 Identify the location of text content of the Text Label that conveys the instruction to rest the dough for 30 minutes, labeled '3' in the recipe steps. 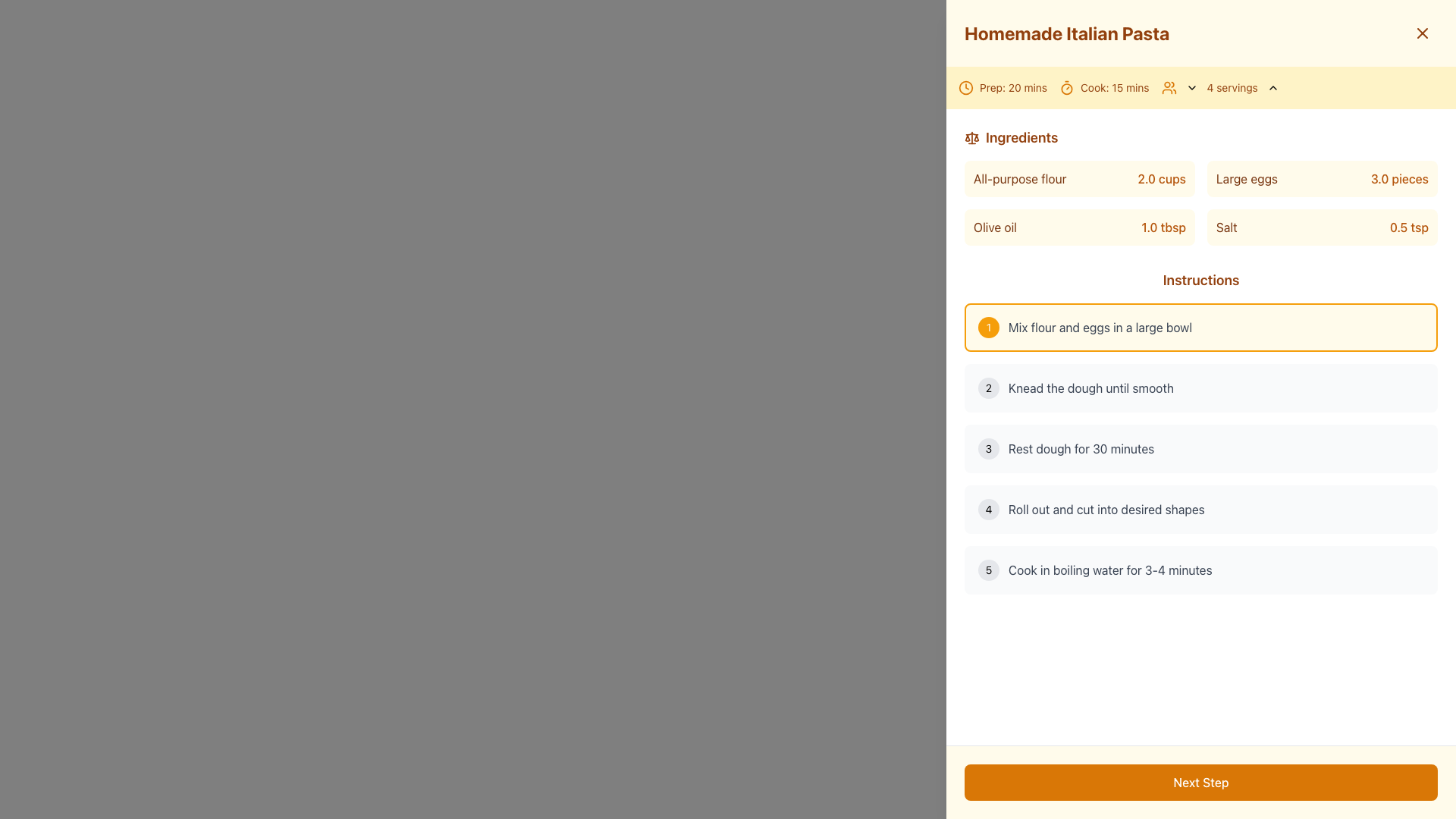
(1081, 447).